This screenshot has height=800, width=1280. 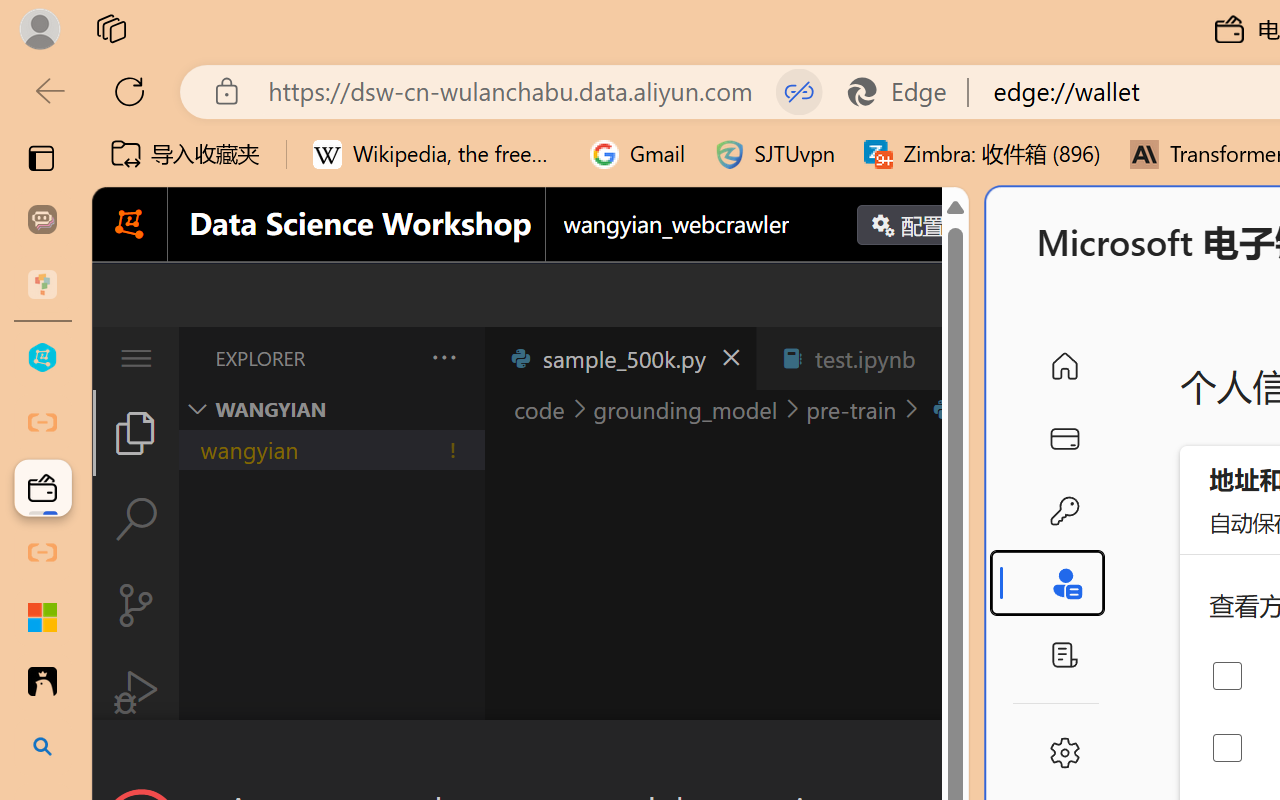 I want to click on 'SJTUvpn', so click(x=773, y=154).